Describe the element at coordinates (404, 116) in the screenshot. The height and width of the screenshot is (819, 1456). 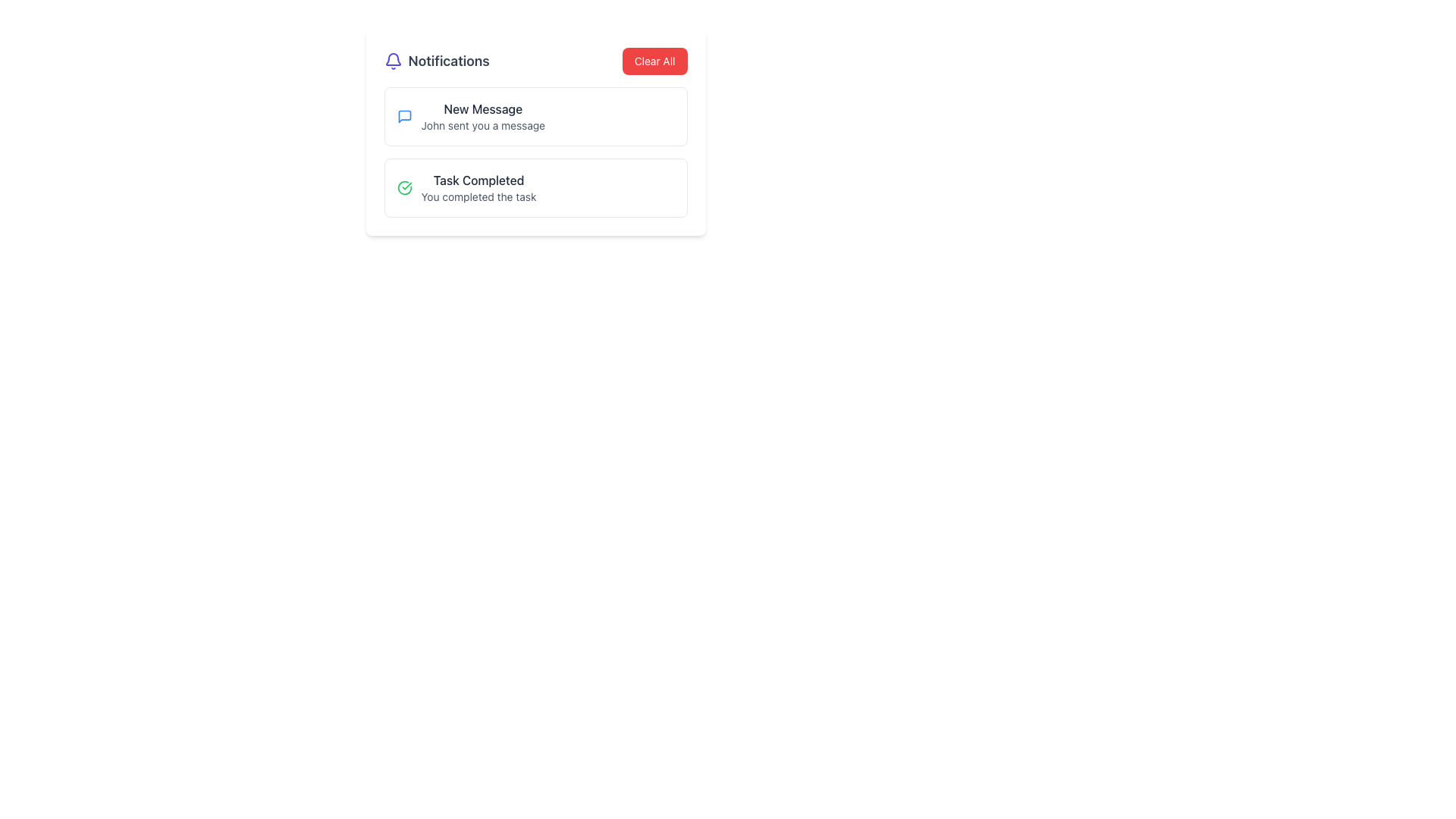
I see `the new message notification icon located at the top-left corner of the notification panel, to the left of the 'New Message' text` at that location.